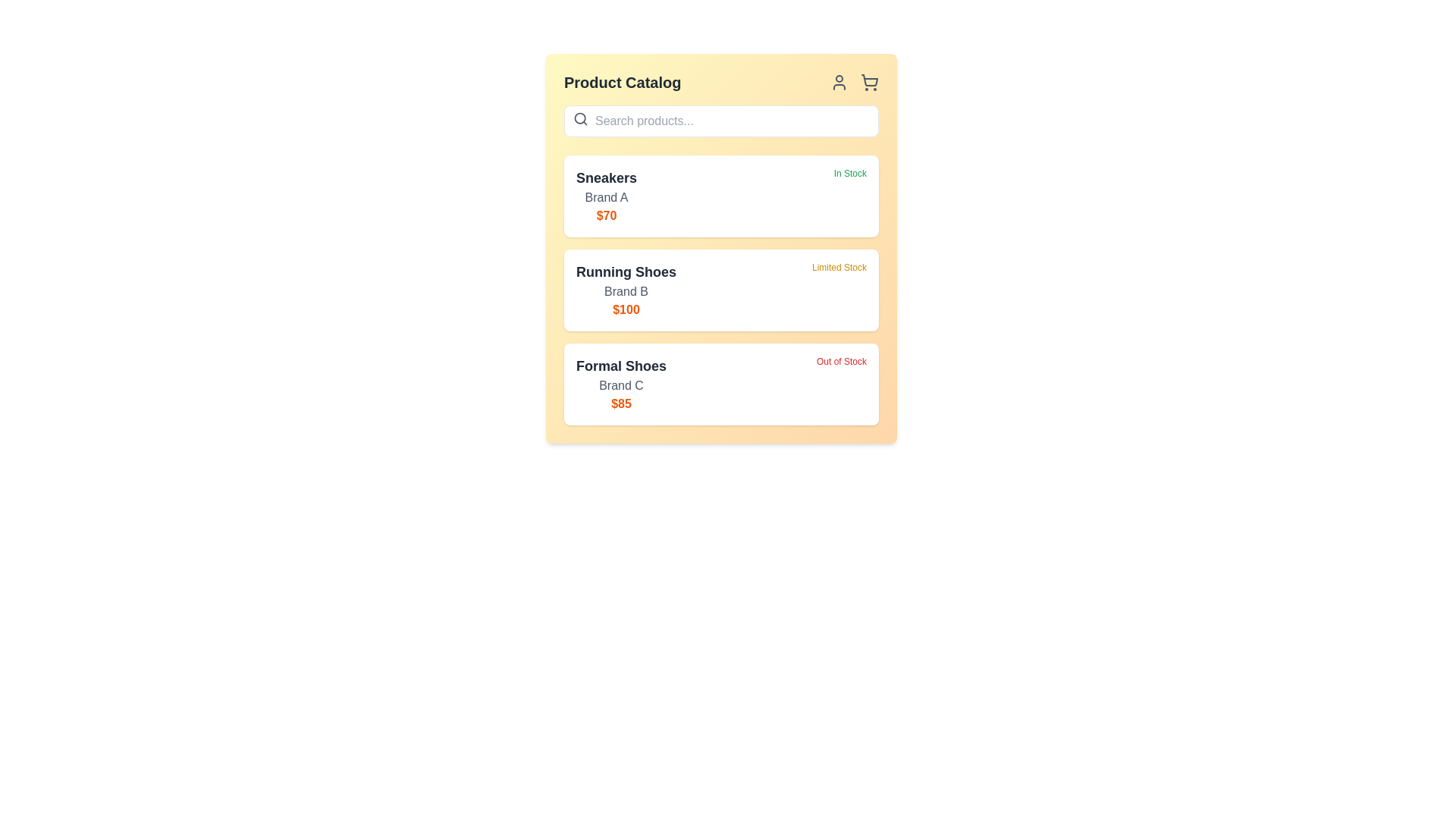 This screenshot has height=819, width=1456. What do you see at coordinates (720, 383) in the screenshot?
I see `the third product card in the catalog, which displays product details such as name, brand, price, and availability status` at bounding box center [720, 383].